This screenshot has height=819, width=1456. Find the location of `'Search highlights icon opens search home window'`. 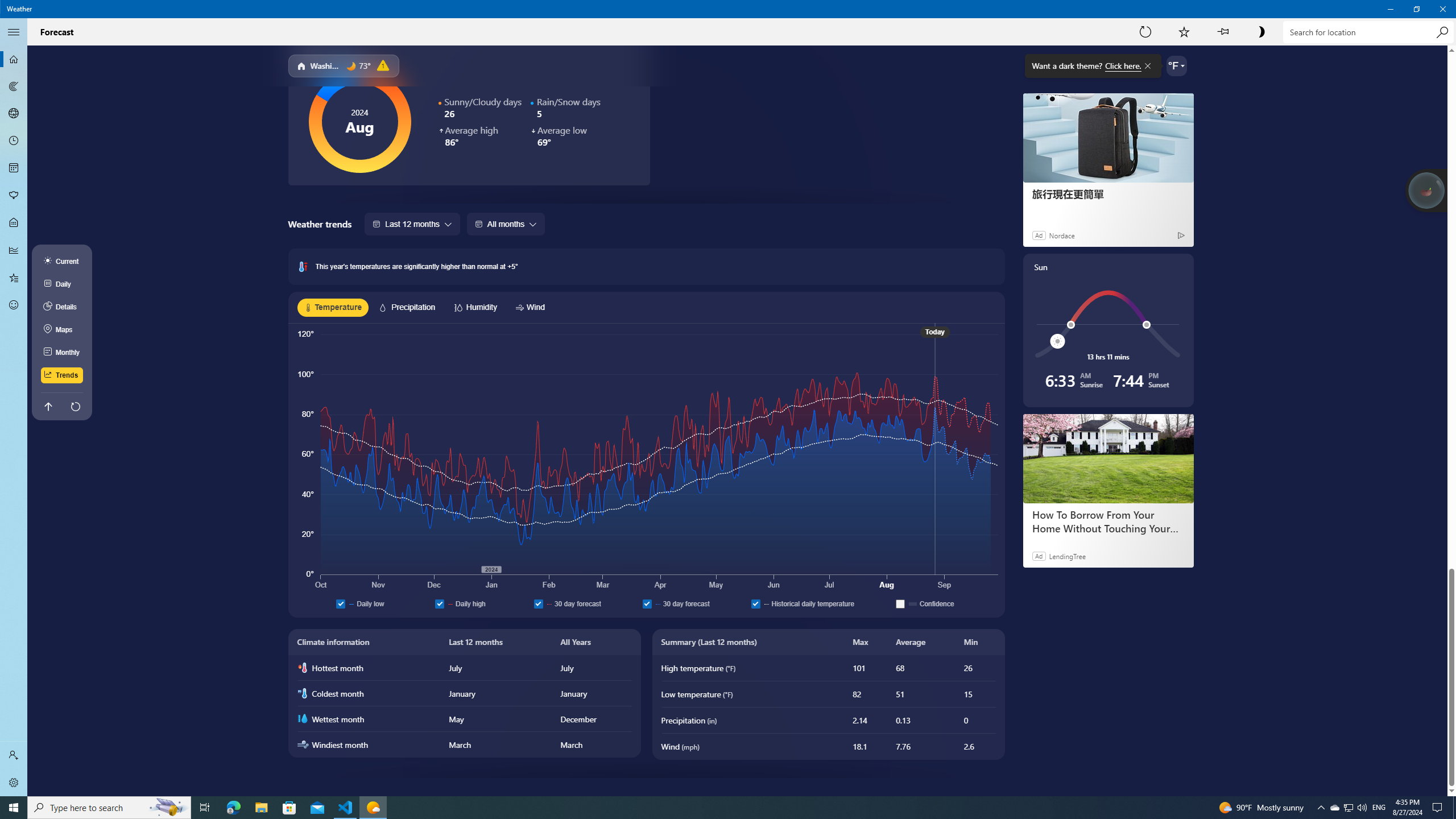

'Search highlights icon opens search home window' is located at coordinates (167, 806).